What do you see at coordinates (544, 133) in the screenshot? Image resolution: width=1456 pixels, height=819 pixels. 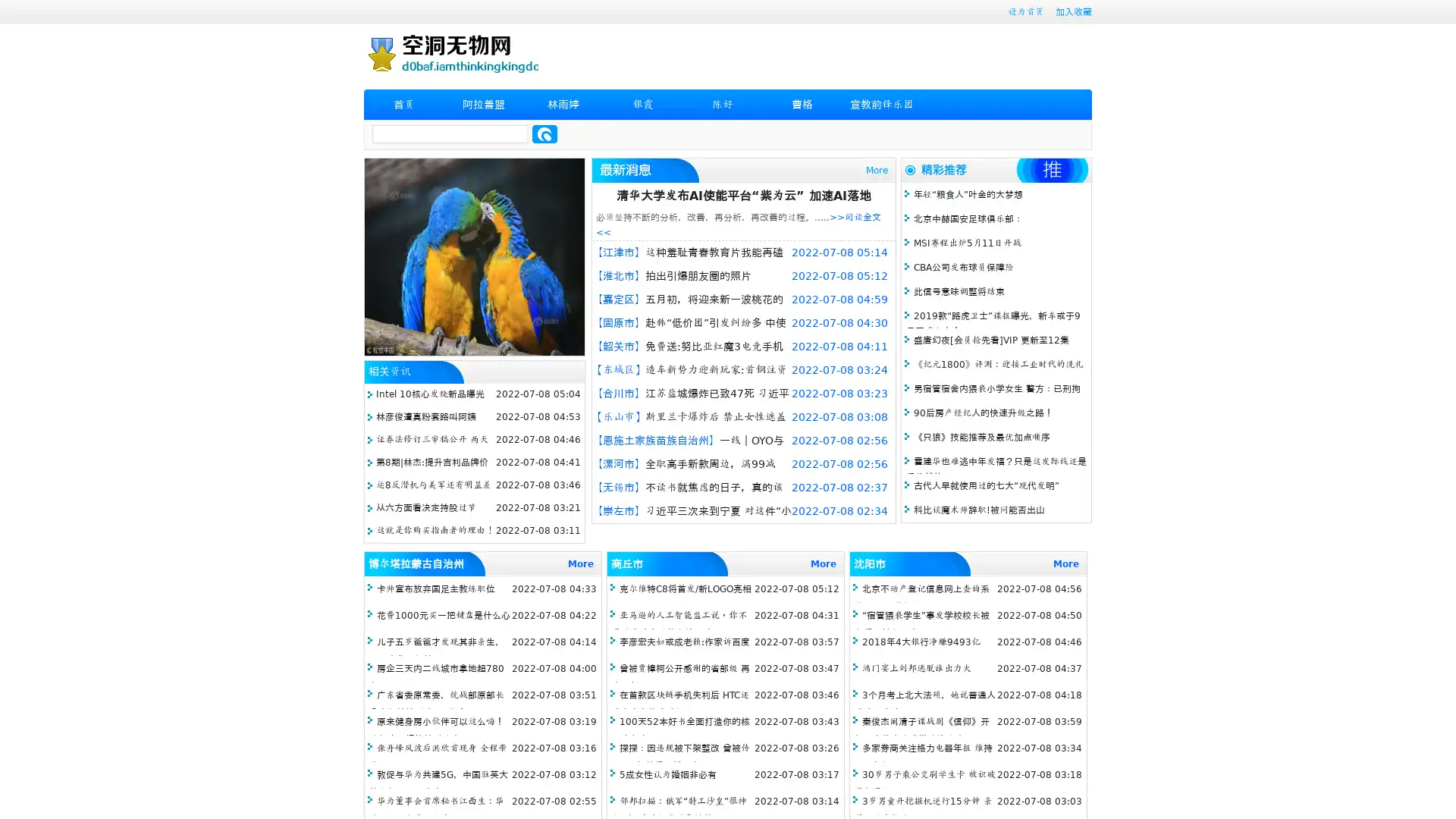 I see `Search` at bounding box center [544, 133].